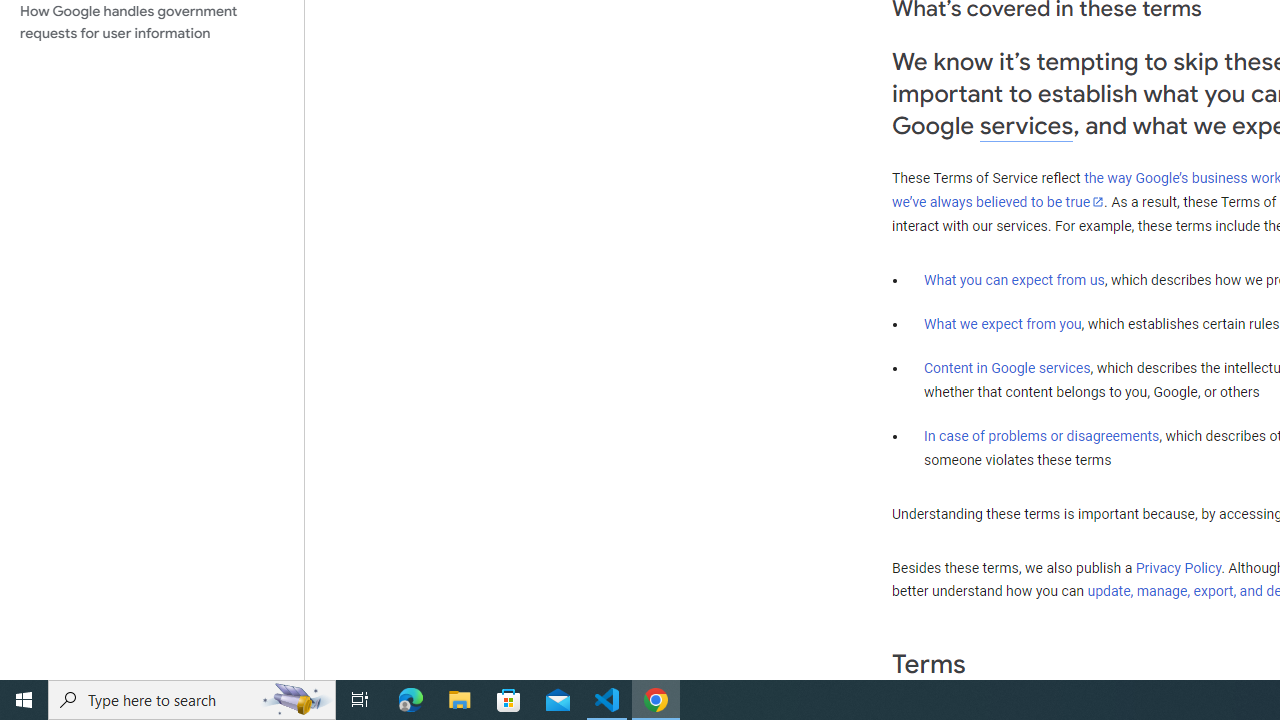 The image size is (1280, 720). What do you see at coordinates (1178, 567) in the screenshot?
I see `'Privacy Policy'` at bounding box center [1178, 567].